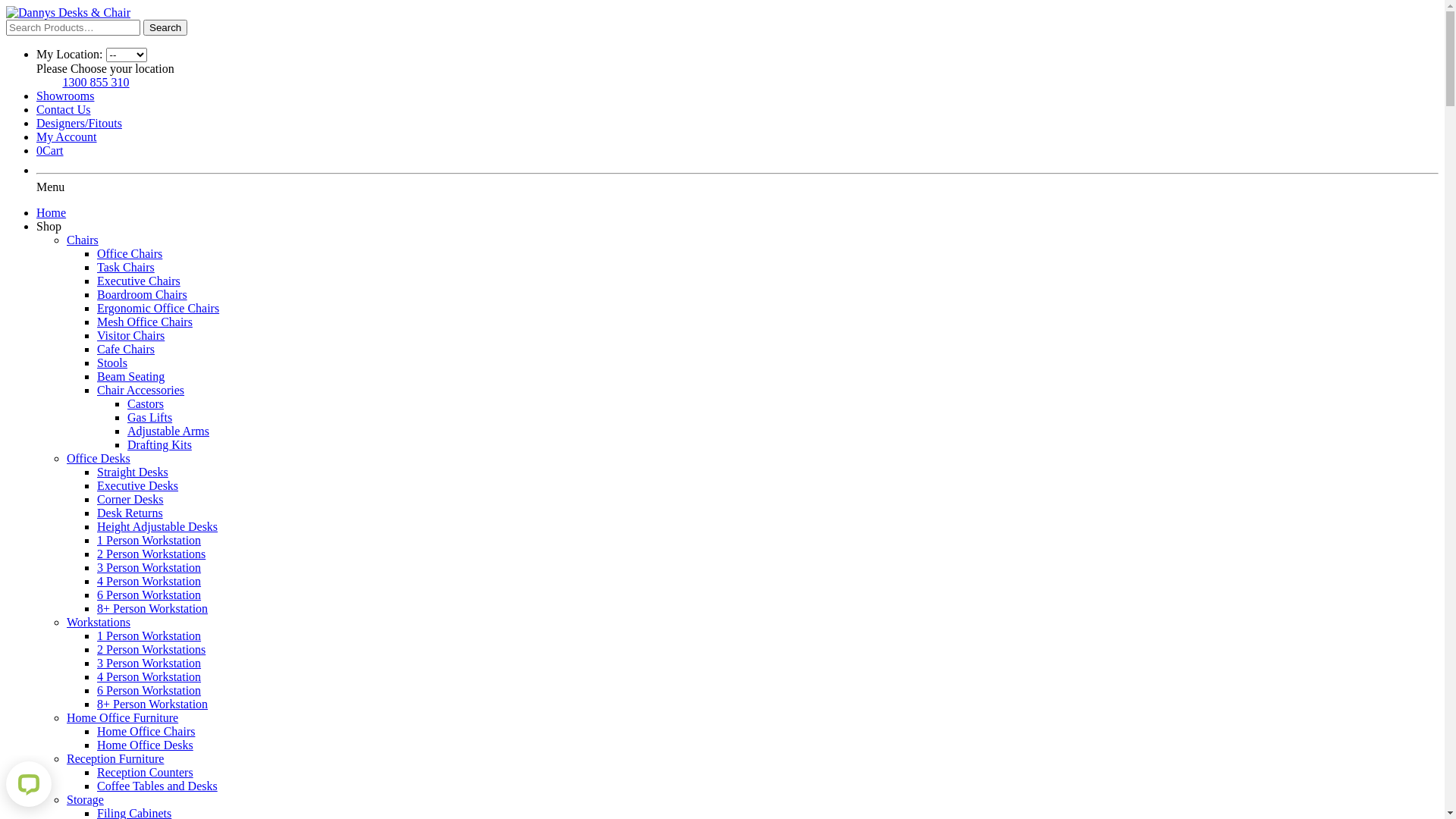 Image resolution: width=1456 pixels, height=819 pixels. I want to click on 'Designers/Fitouts', so click(78, 122).